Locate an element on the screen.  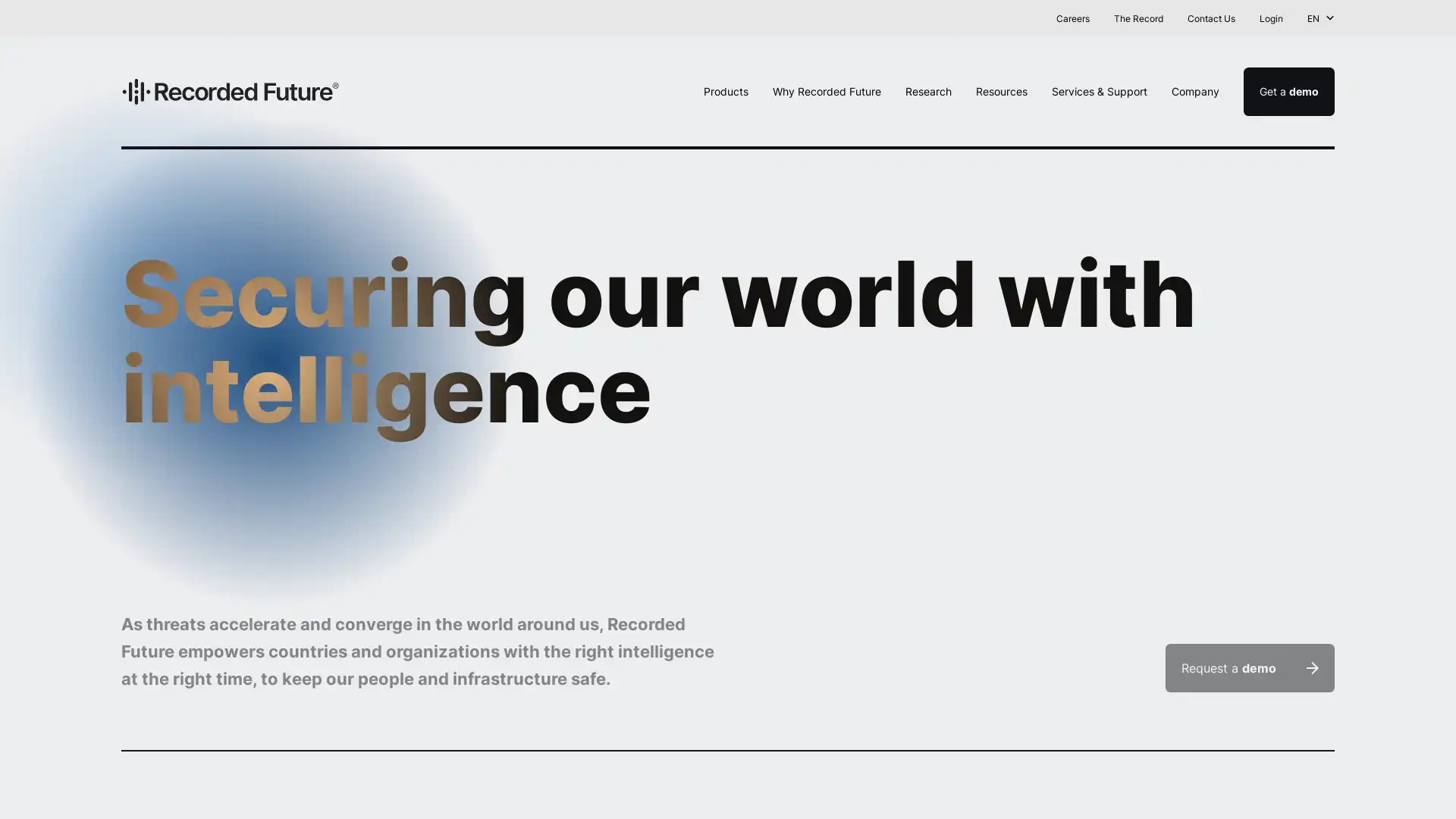
Close is located at coordinates (1429, 20).